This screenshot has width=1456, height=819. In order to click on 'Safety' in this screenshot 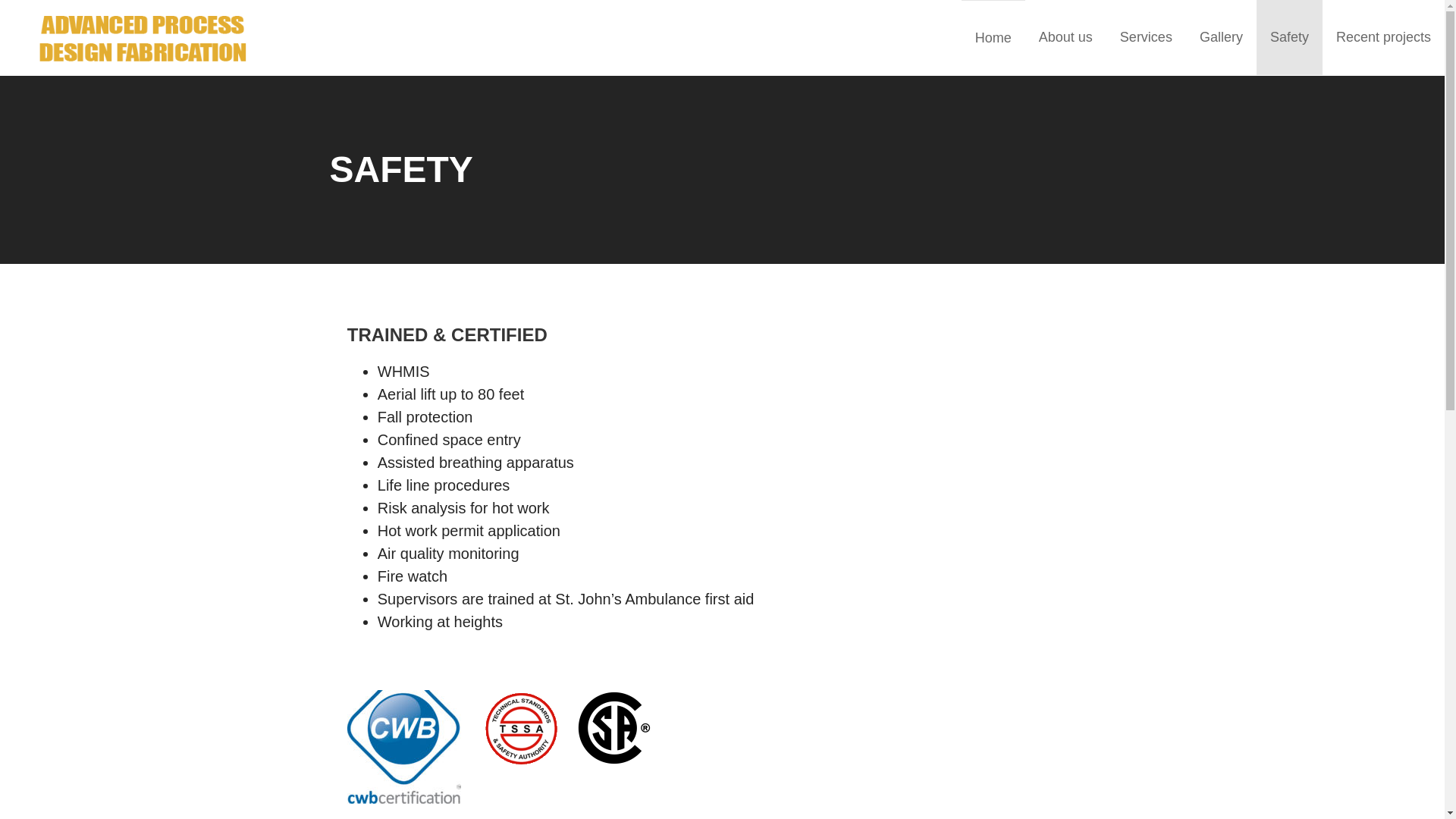, I will do `click(1288, 36)`.